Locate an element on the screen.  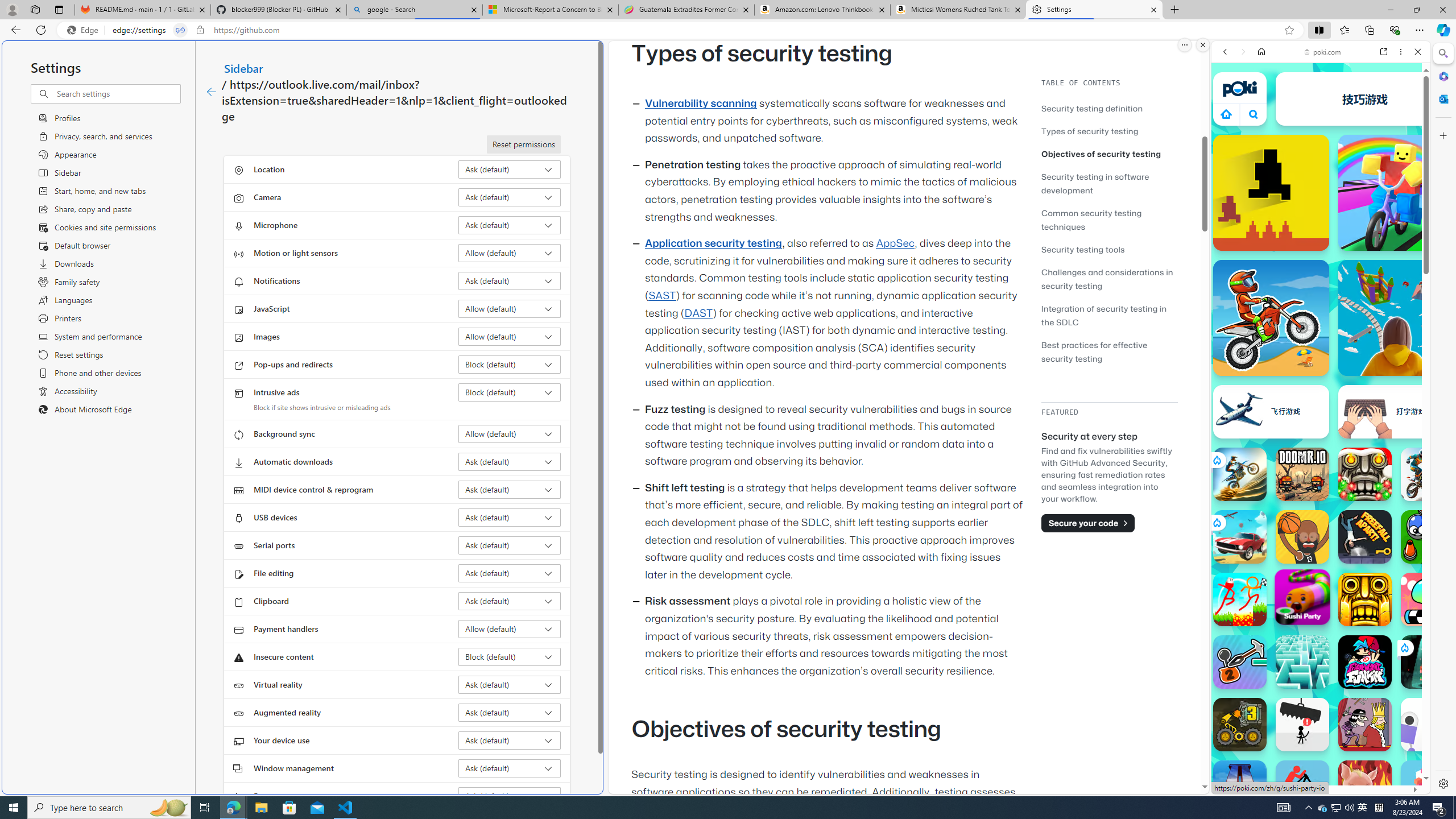
'Sidebar' is located at coordinates (243, 67).